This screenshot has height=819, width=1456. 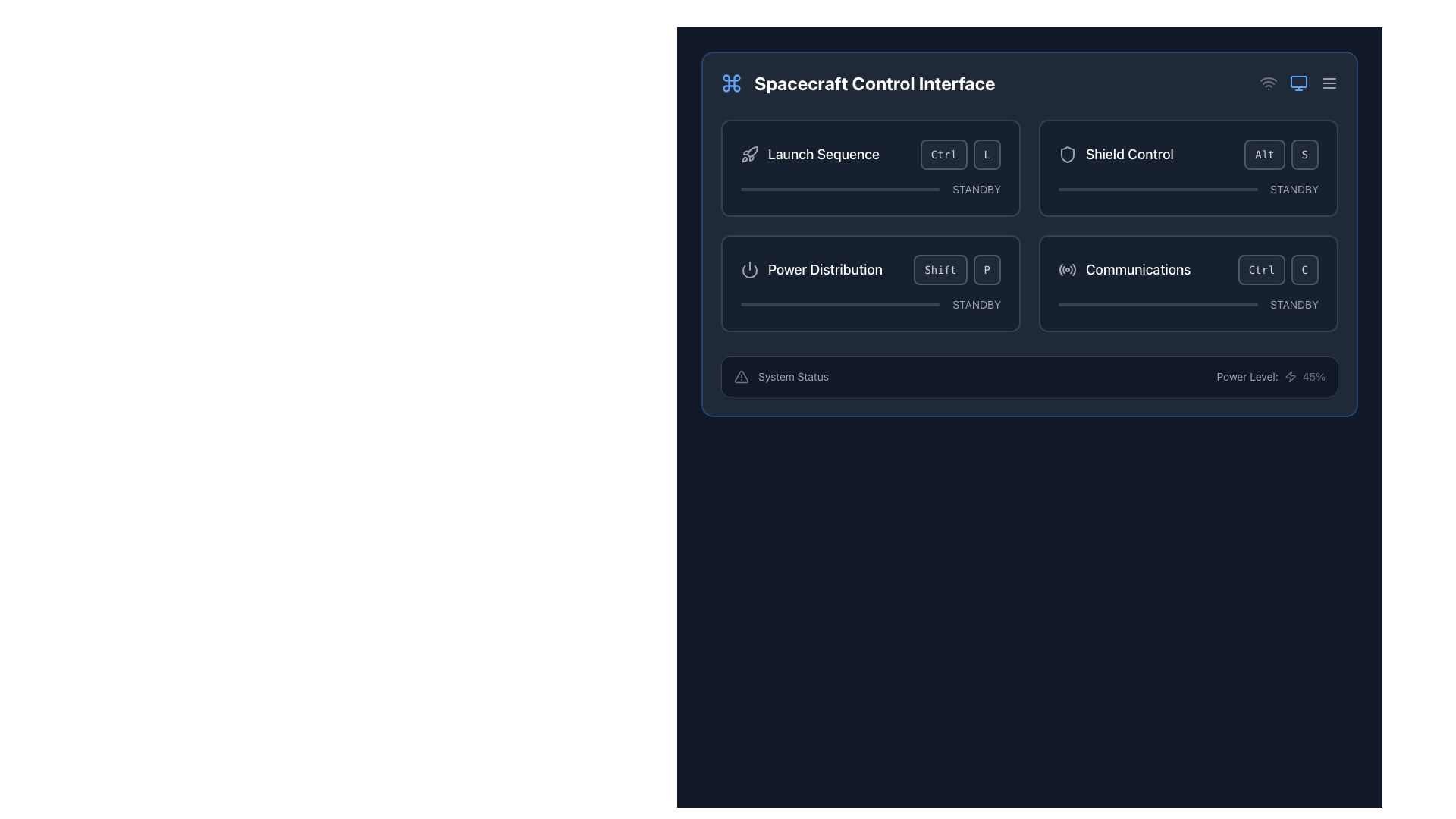 I want to click on the button labeled 'P' located in the 'Power Distribution' section of the 'Spacecraft Control Interface' for navigation, so click(x=987, y=268).